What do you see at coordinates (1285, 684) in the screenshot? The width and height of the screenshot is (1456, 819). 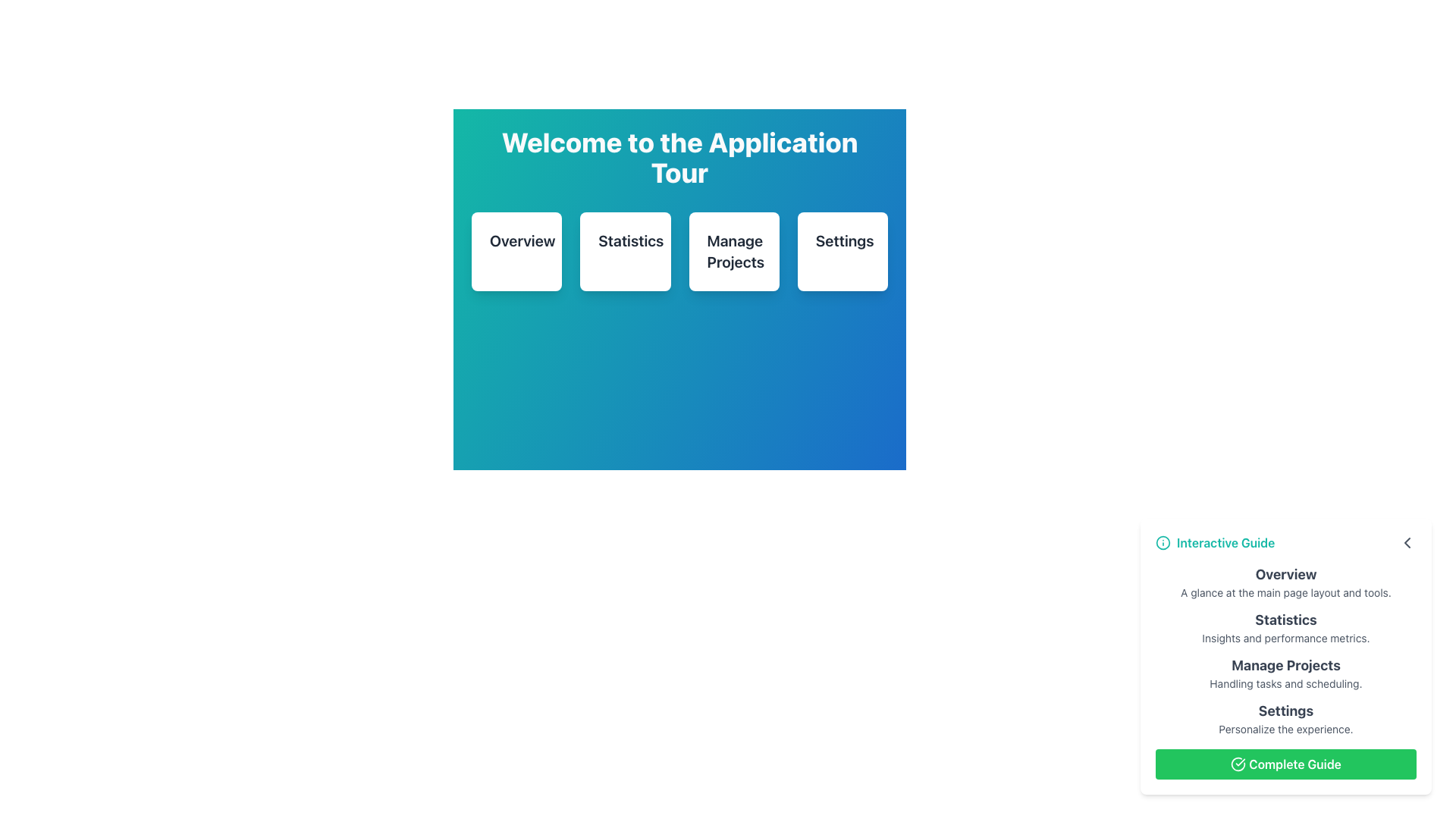 I see `the text label displaying 'Handling tasks and scheduling.' located below the 'Manage Projects' title in the right-hand panel of the interface` at bounding box center [1285, 684].